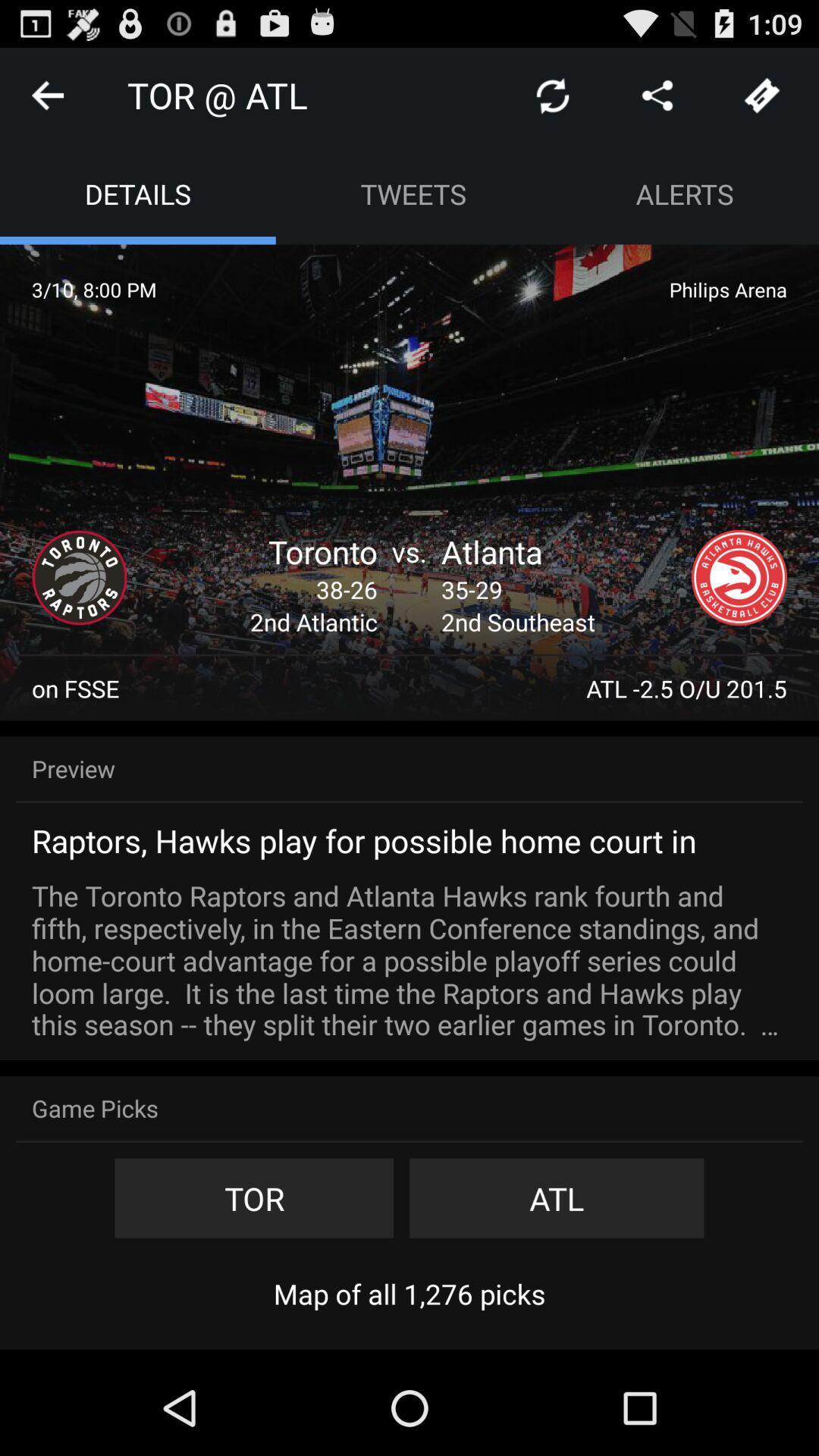  Describe the element at coordinates (413, 193) in the screenshot. I see `the item to the left of alerts` at that location.